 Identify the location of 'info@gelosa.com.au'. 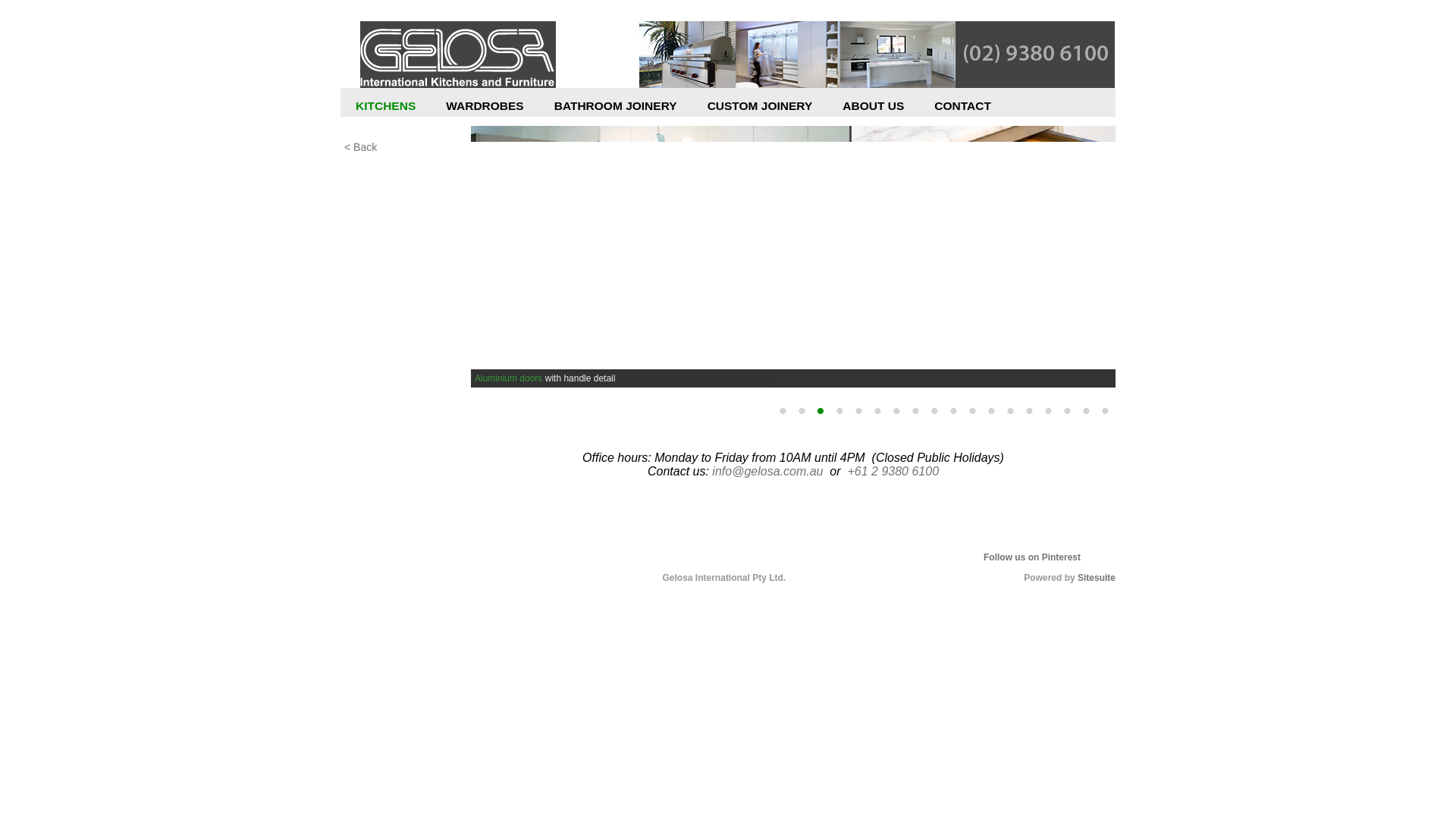
(767, 470).